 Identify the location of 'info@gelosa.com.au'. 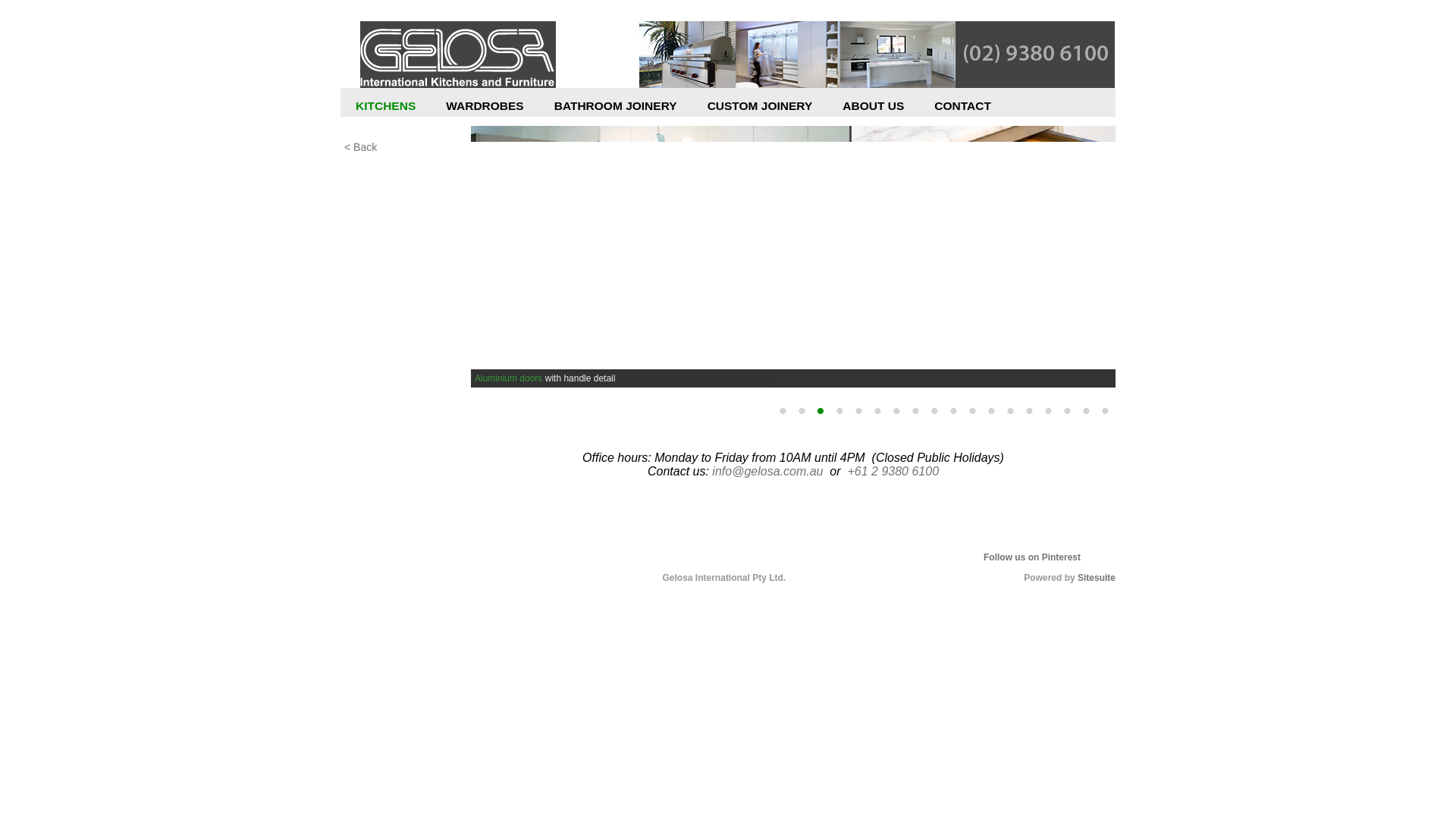
(767, 470).